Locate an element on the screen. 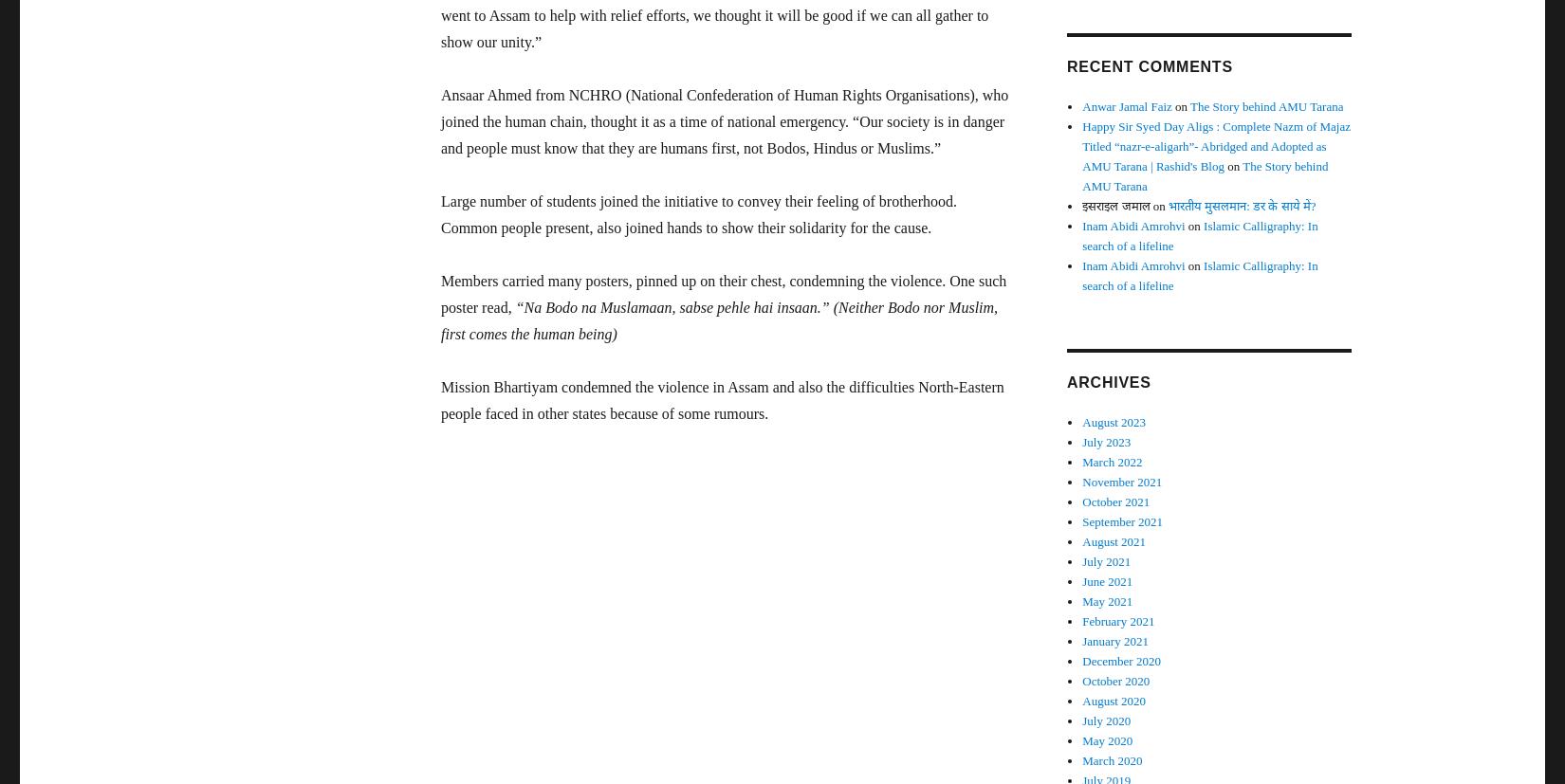 The image size is (1565, 784). 'May 2020' is located at coordinates (1107, 740).